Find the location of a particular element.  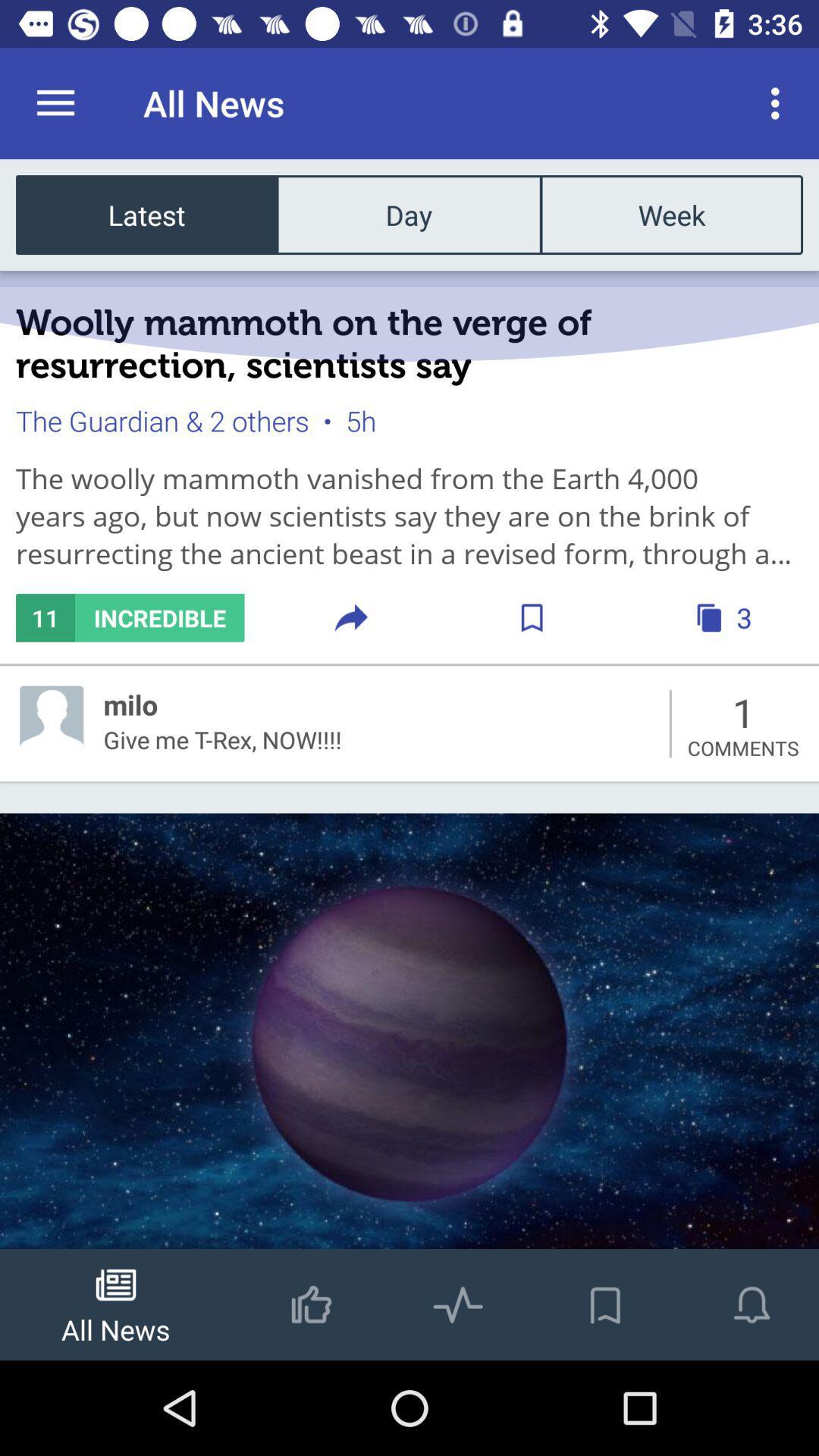

the icon to the left of week is located at coordinates (408, 214).